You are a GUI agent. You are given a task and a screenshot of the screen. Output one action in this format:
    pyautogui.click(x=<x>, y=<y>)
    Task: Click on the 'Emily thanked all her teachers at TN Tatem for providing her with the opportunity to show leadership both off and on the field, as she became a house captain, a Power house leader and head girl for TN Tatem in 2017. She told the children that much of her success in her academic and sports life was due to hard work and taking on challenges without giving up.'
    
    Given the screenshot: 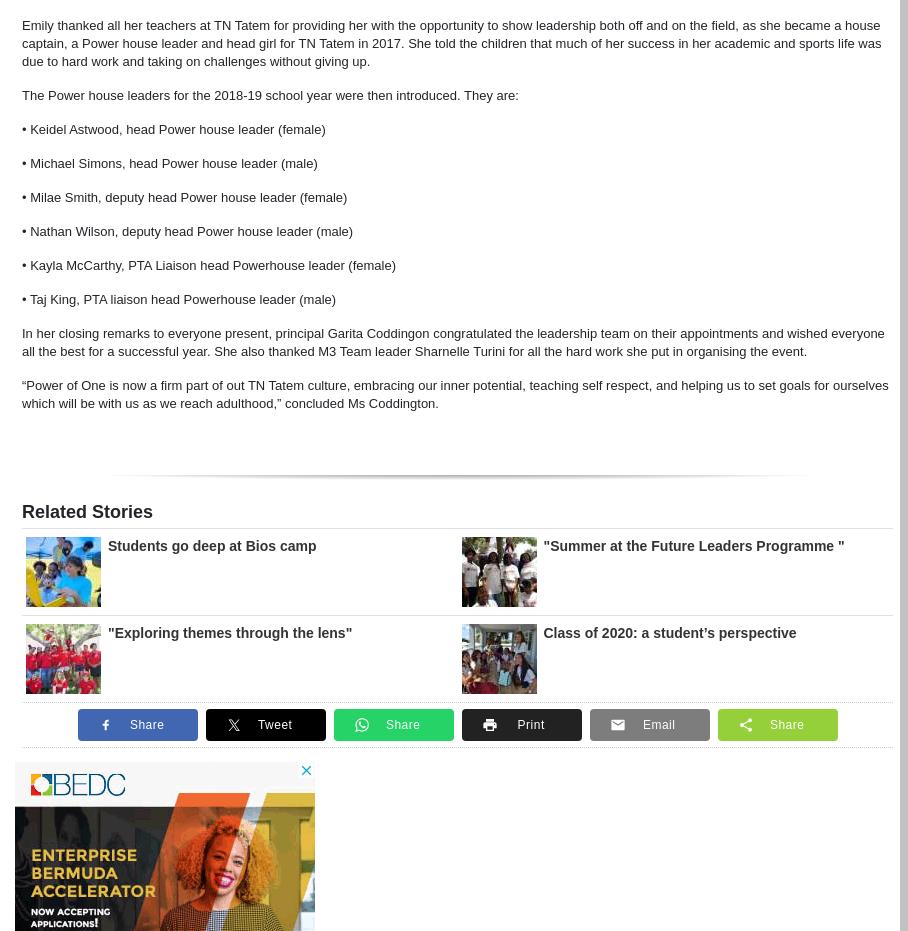 What is the action you would take?
    pyautogui.click(x=451, y=41)
    